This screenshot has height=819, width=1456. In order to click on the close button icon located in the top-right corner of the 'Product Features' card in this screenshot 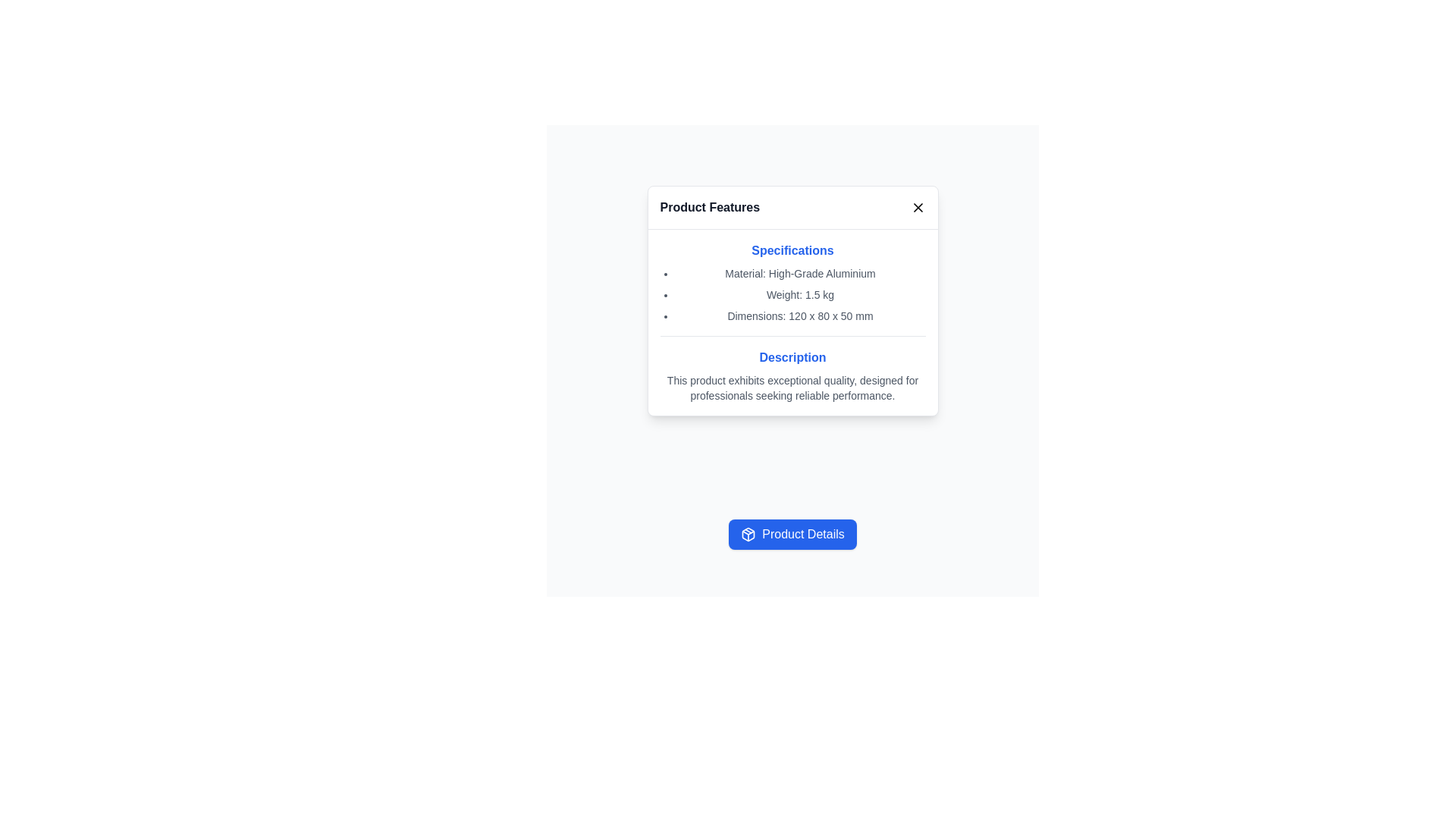, I will do `click(917, 207)`.